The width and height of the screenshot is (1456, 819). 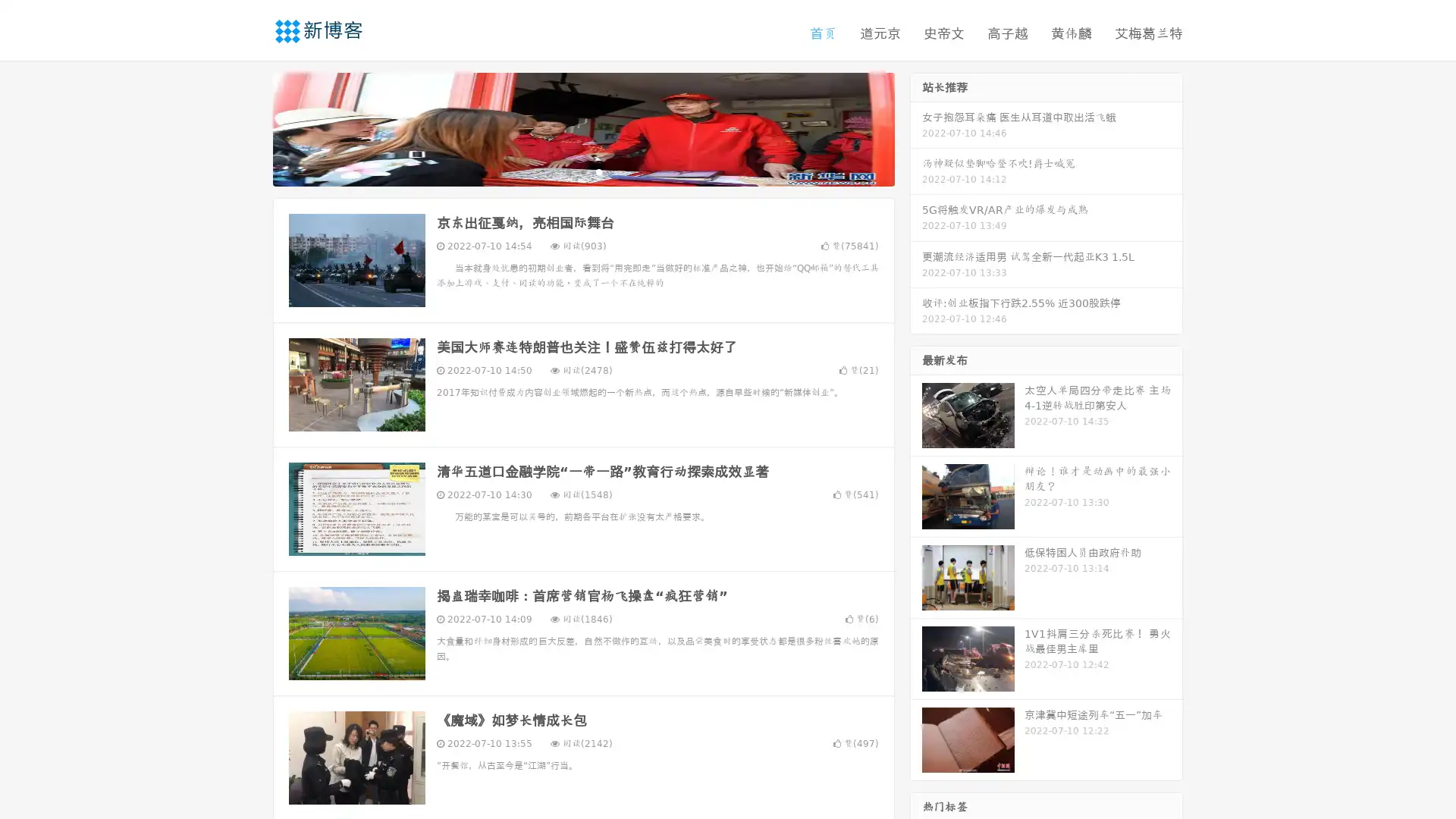 I want to click on Previous slide, so click(x=250, y=127).